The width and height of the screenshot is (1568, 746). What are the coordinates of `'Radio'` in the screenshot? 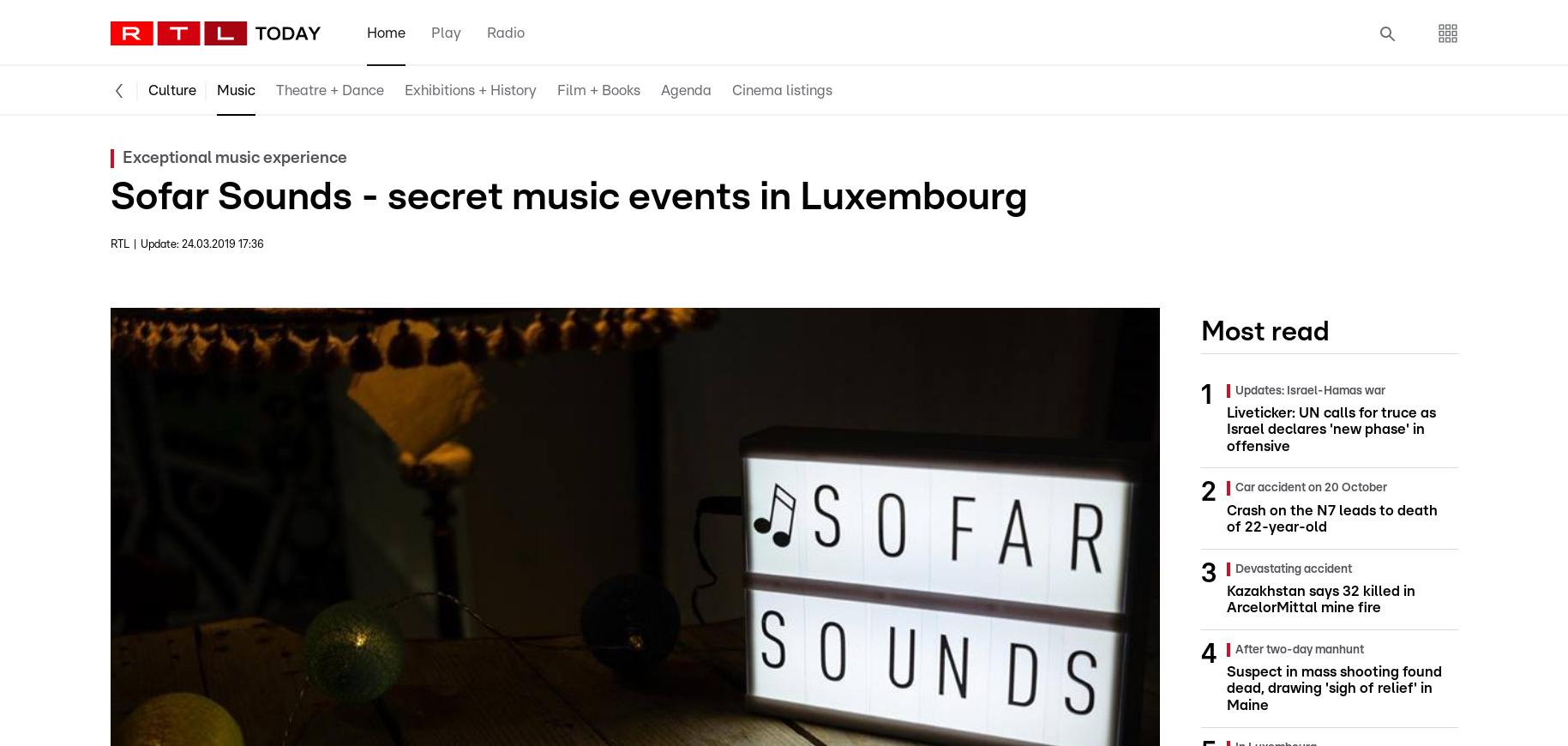 It's located at (504, 31).